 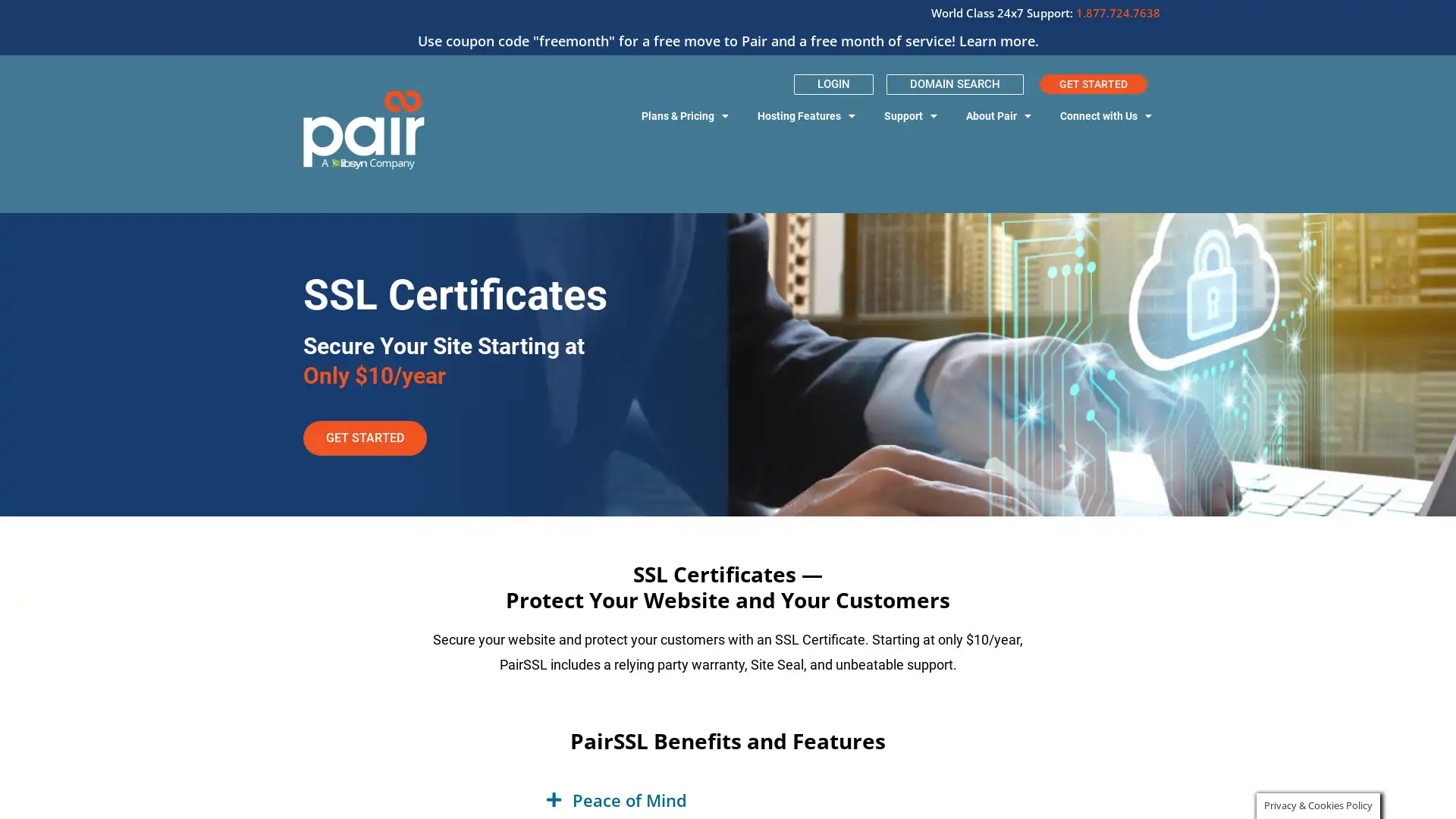 What do you see at coordinates (833, 84) in the screenshot?
I see `LOGIN` at bounding box center [833, 84].